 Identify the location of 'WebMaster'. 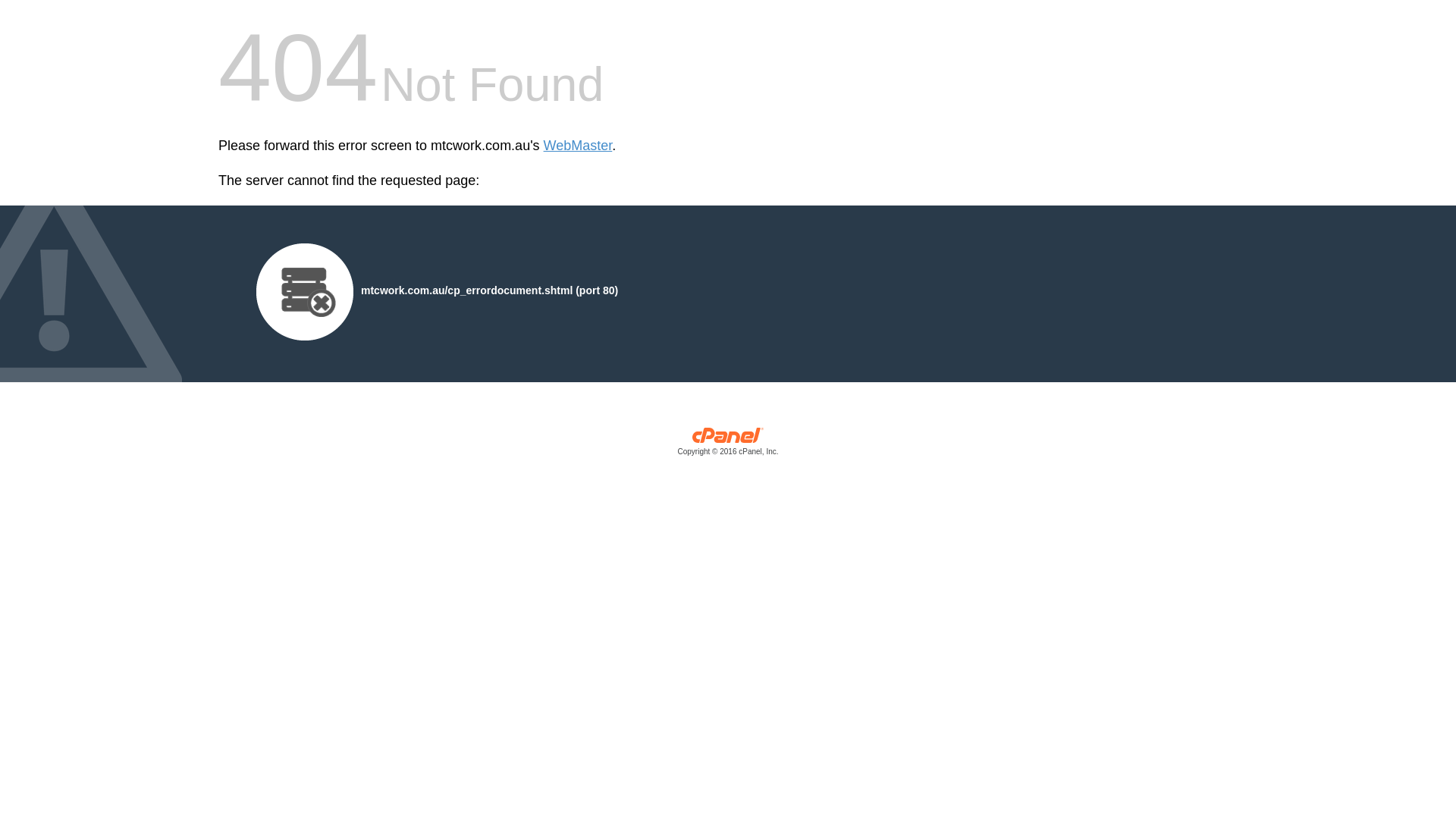
(577, 146).